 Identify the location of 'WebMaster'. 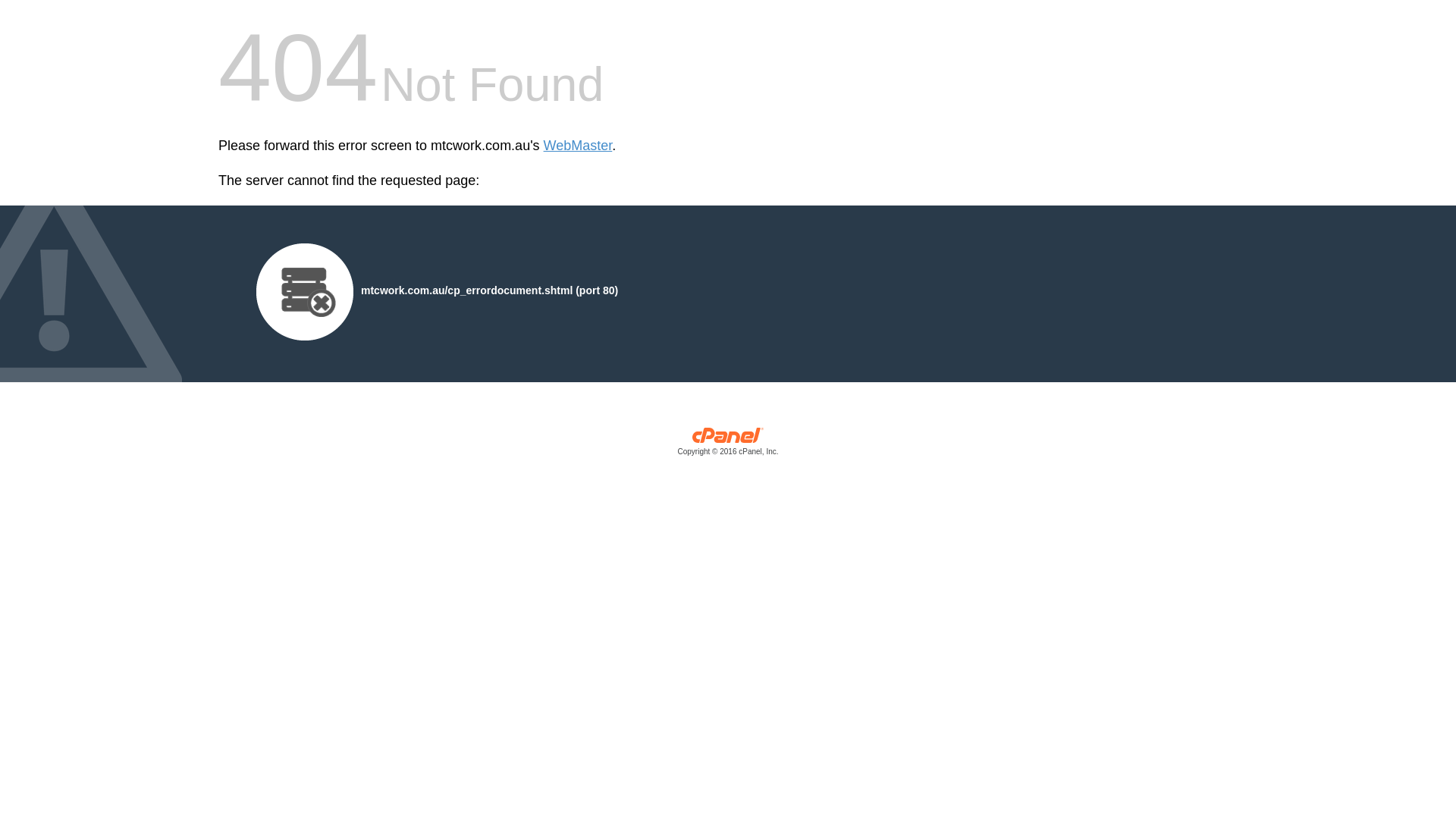
(577, 146).